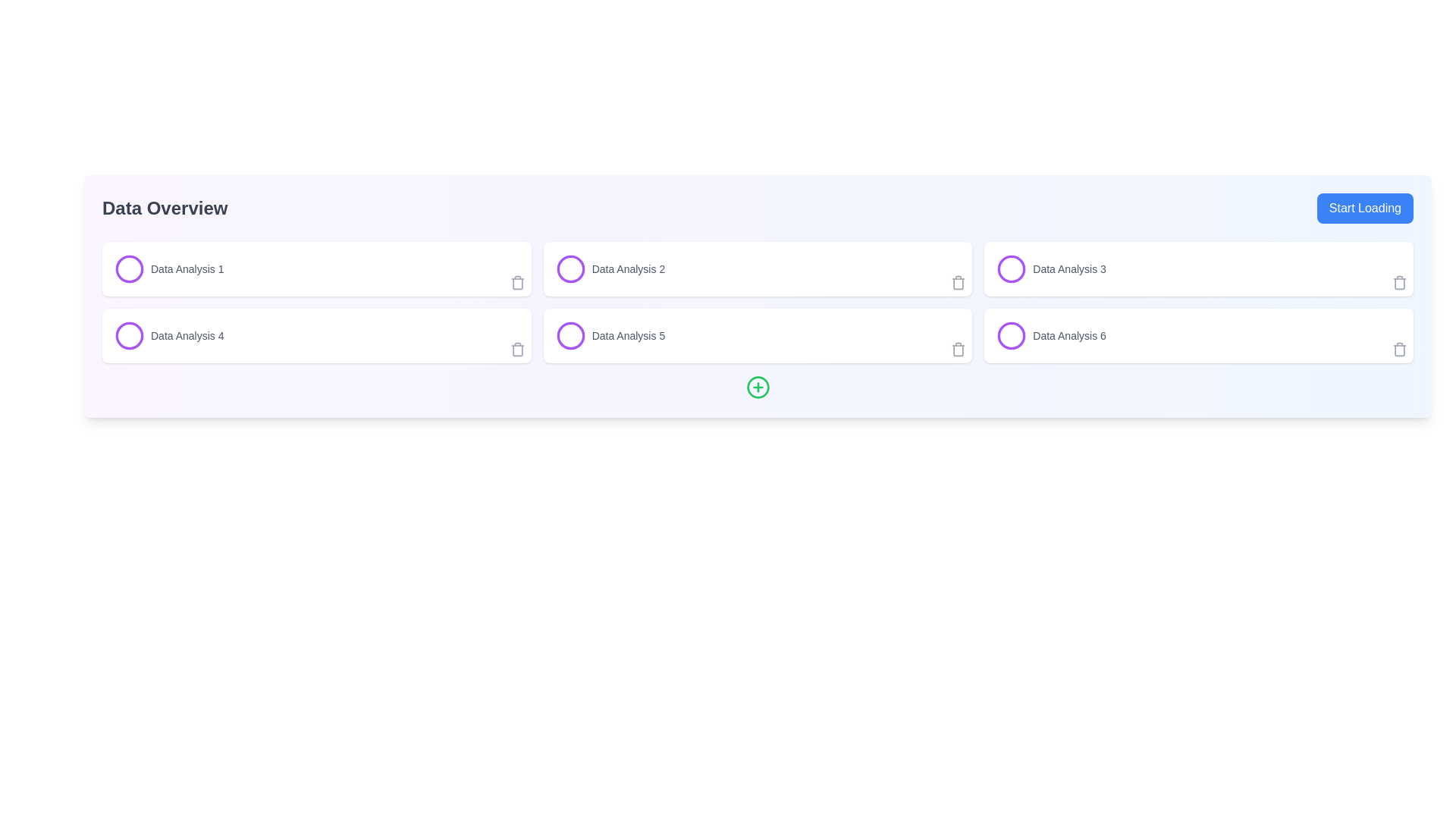 The image size is (1456, 819). What do you see at coordinates (610, 268) in the screenshot?
I see `the 'Data Analysis 2' element, which has a purple circular icon and is located in the upper row of a two-row grid` at bounding box center [610, 268].